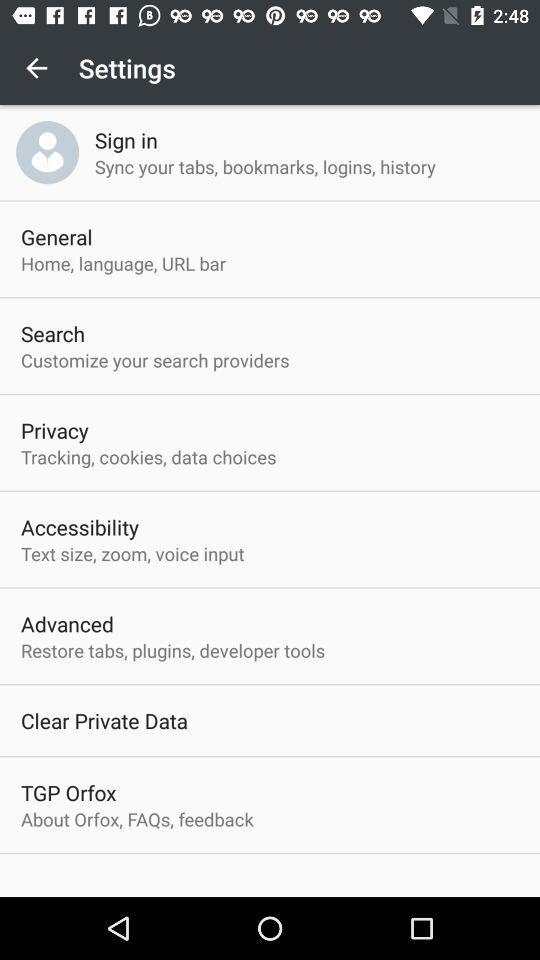 Image resolution: width=540 pixels, height=960 pixels. I want to click on the icon below the general item, so click(123, 262).